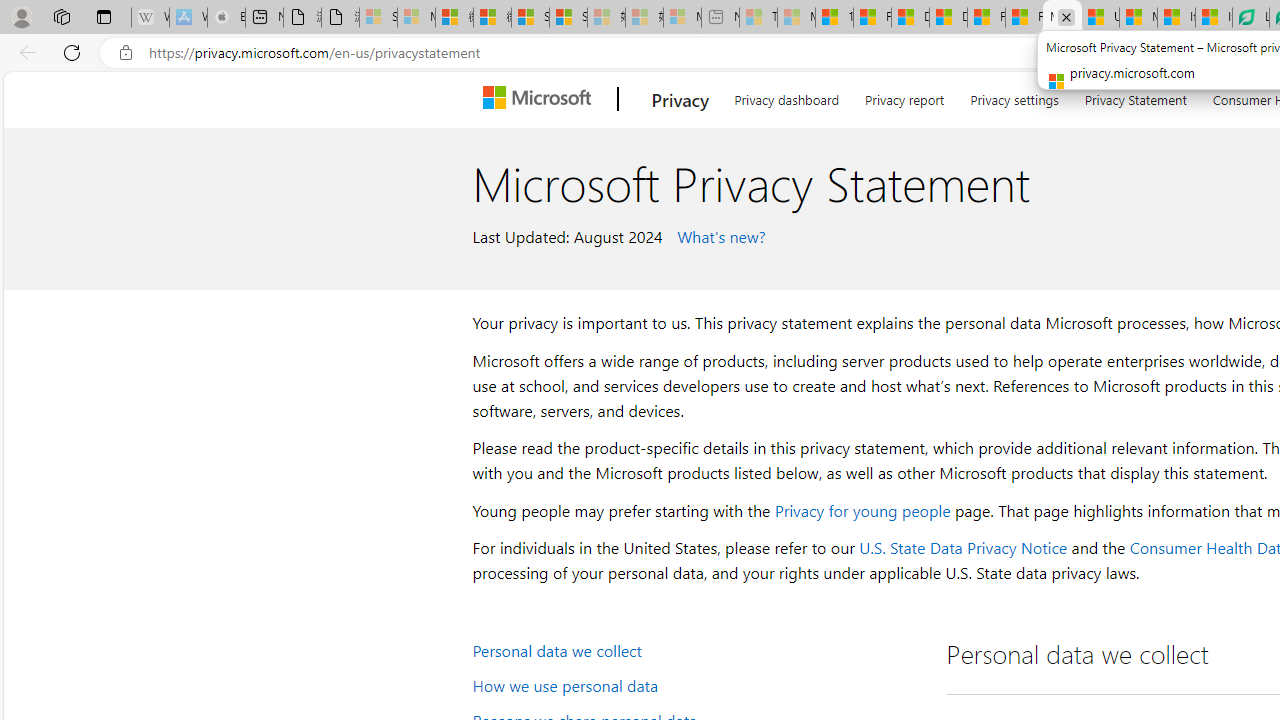 The height and width of the screenshot is (720, 1280). Describe the element at coordinates (225, 17) in the screenshot. I see `'Buy iPad - Apple - Sleeping'` at that location.